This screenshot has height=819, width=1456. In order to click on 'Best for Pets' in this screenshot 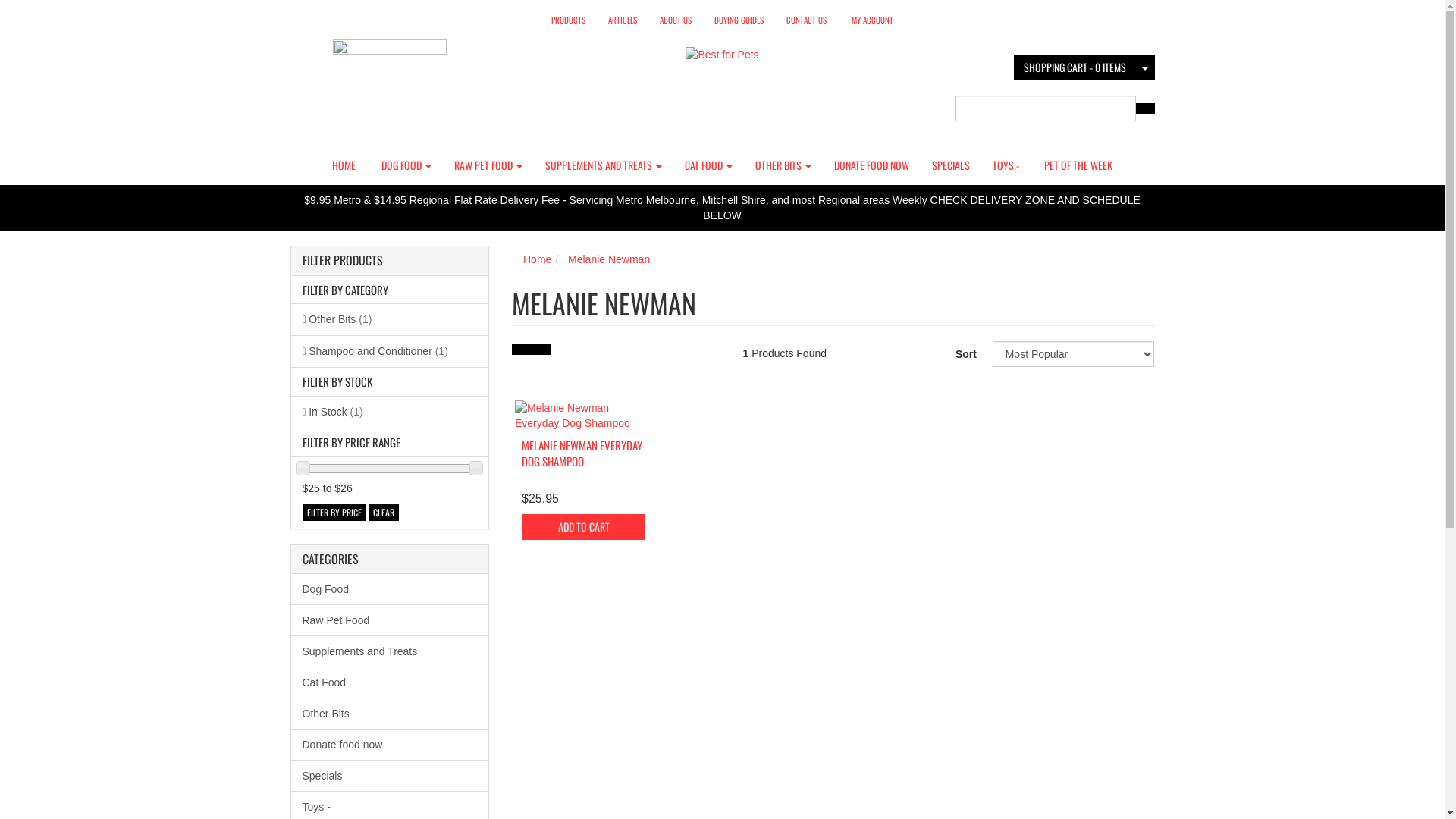, I will do `click(684, 49)`.